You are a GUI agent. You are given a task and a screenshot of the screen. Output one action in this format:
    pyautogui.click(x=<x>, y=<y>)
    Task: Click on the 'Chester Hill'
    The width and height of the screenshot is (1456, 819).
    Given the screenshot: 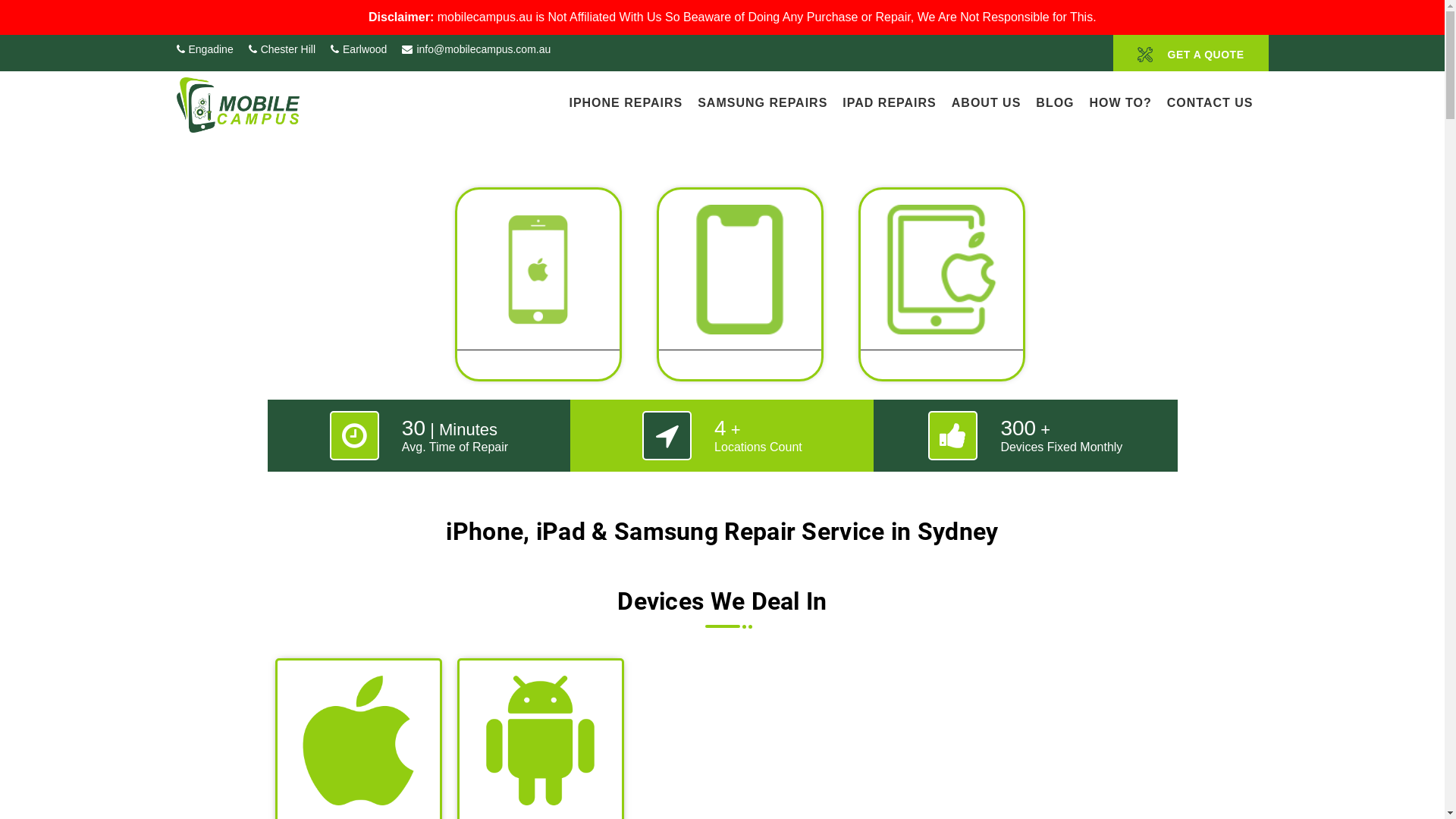 What is the action you would take?
    pyautogui.click(x=282, y=49)
    